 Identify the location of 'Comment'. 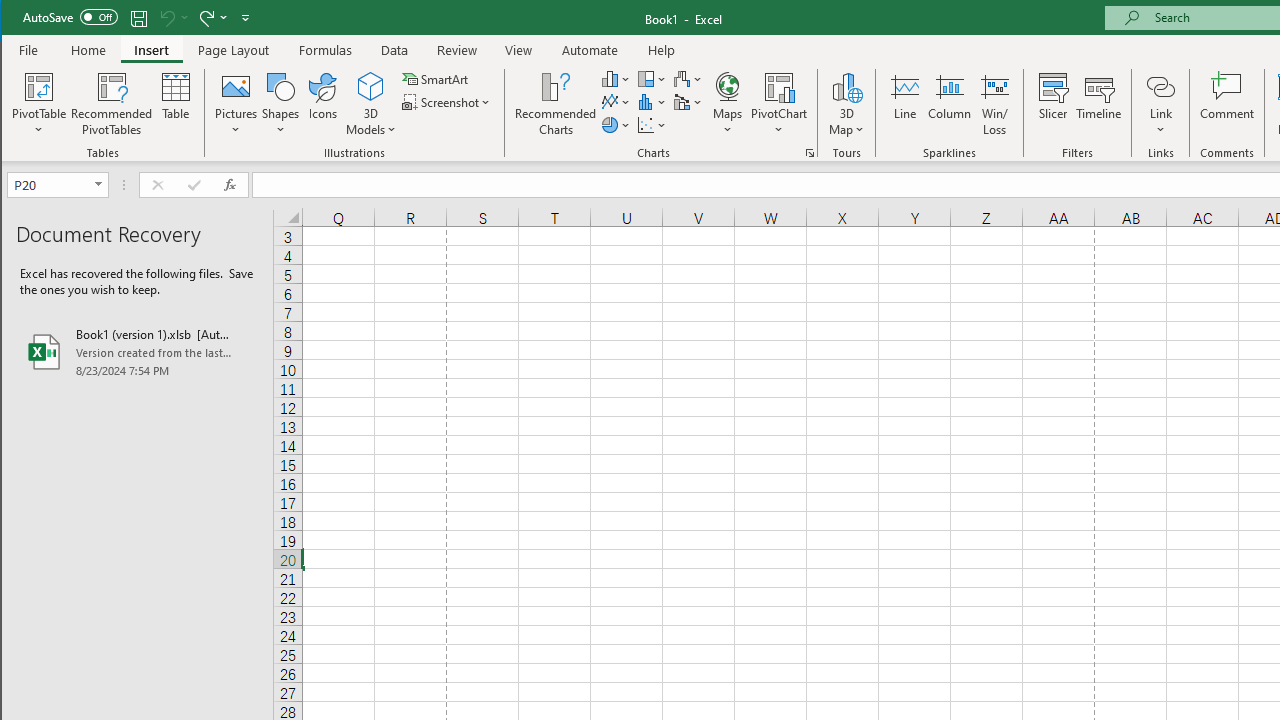
(1226, 104).